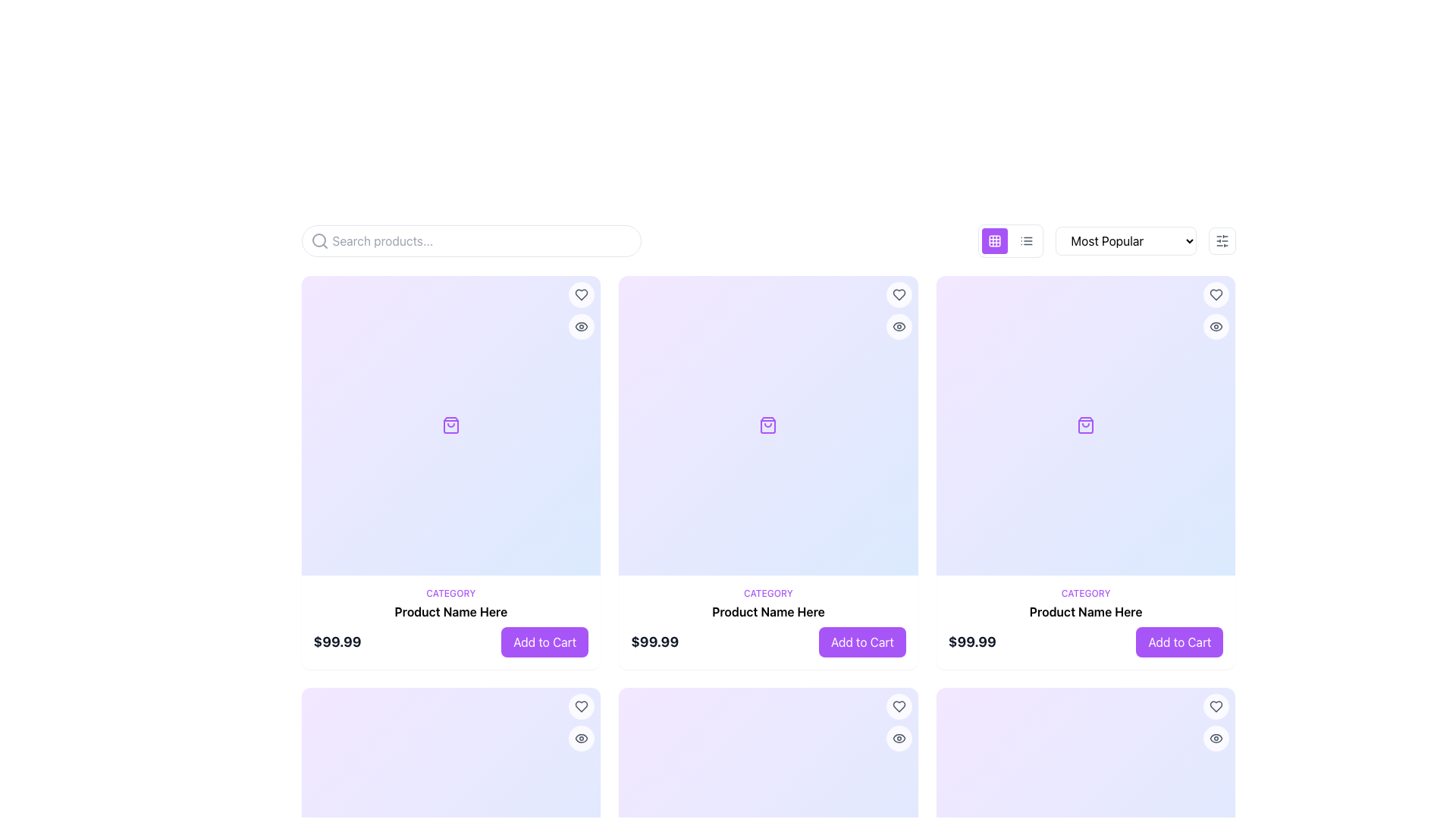  Describe the element at coordinates (768, 425) in the screenshot. I see `the shopping bag icon located at the center of the second card from the left in the first row of the grid layout` at that location.